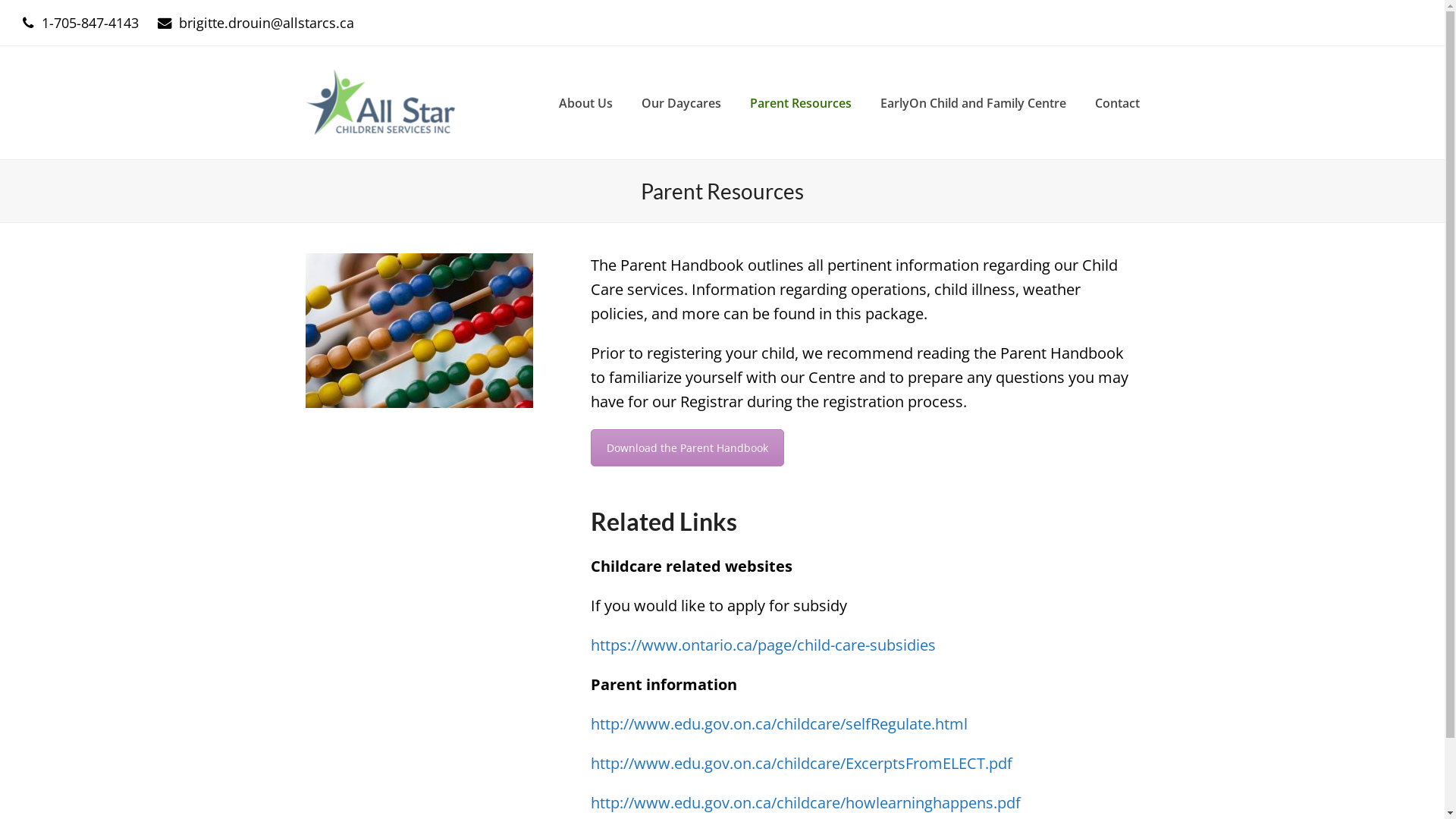 The image size is (1456, 819). What do you see at coordinates (419, 329) in the screenshot?
I see `'pic-300x204'` at bounding box center [419, 329].